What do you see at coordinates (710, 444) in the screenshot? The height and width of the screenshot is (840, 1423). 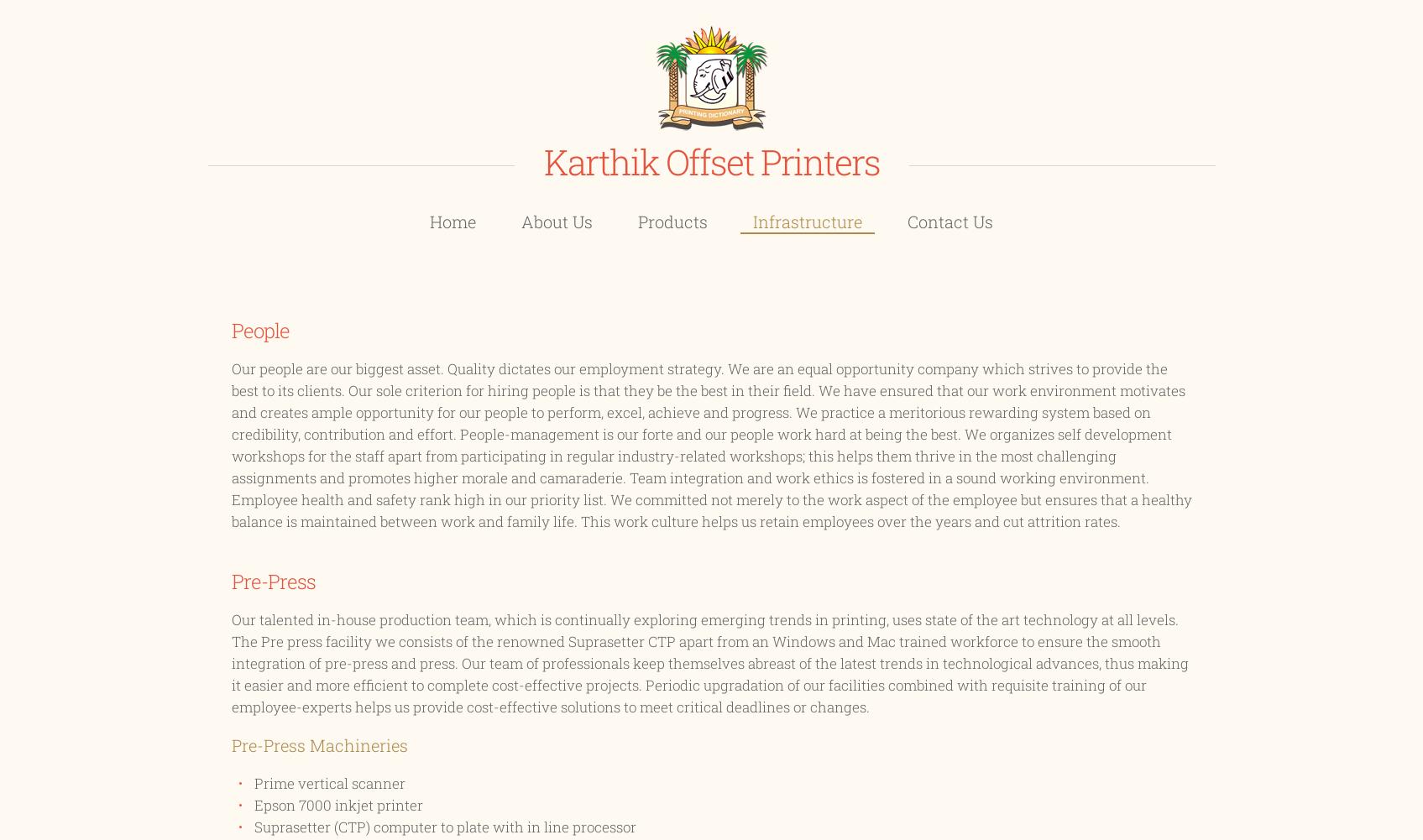 I see `'Our people are our biggest asset. Quality dictates our employment strategy. We are an equal opportunity company which strives to provide the best to its clients. Our sole criterion for hiring people is that they be the best in their field. We have ensured that our work environment motivates and creates ample opportunity for our people to perform, excel, achieve and progress. We practice a meritorious rewarding system based on credibility, contribution and effort. People-management is our forte and our people work hard at being the best. We organizes self development workshops for the staff apart from participating in regular industry-related workshops; this helps them thrive in the most challenging assignments and promotes higher morale and camaraderie. Team integration and work ethics is fostered in a sound working environment. Employee health and safety rank high in our priority list. We committed not merely to the work aspect of the employee but ensures that a healthy balance is maintained between work and family life. This work culture helps us retain employees over the years and cut attrition rates.'` at bounding box center [710, 444].